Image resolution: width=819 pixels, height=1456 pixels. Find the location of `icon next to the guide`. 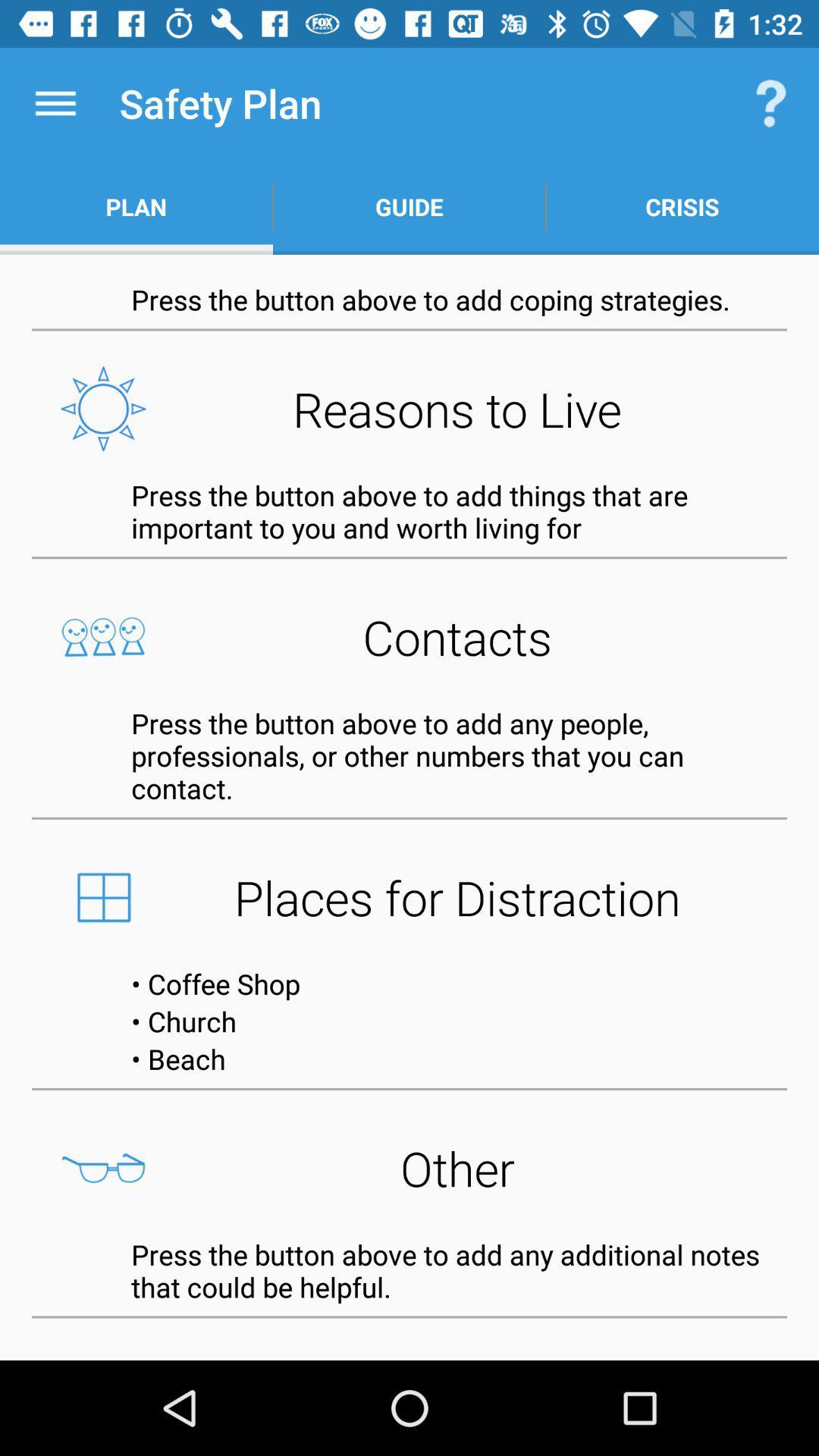

icon next to the guide is located at coordinates (681, 206).